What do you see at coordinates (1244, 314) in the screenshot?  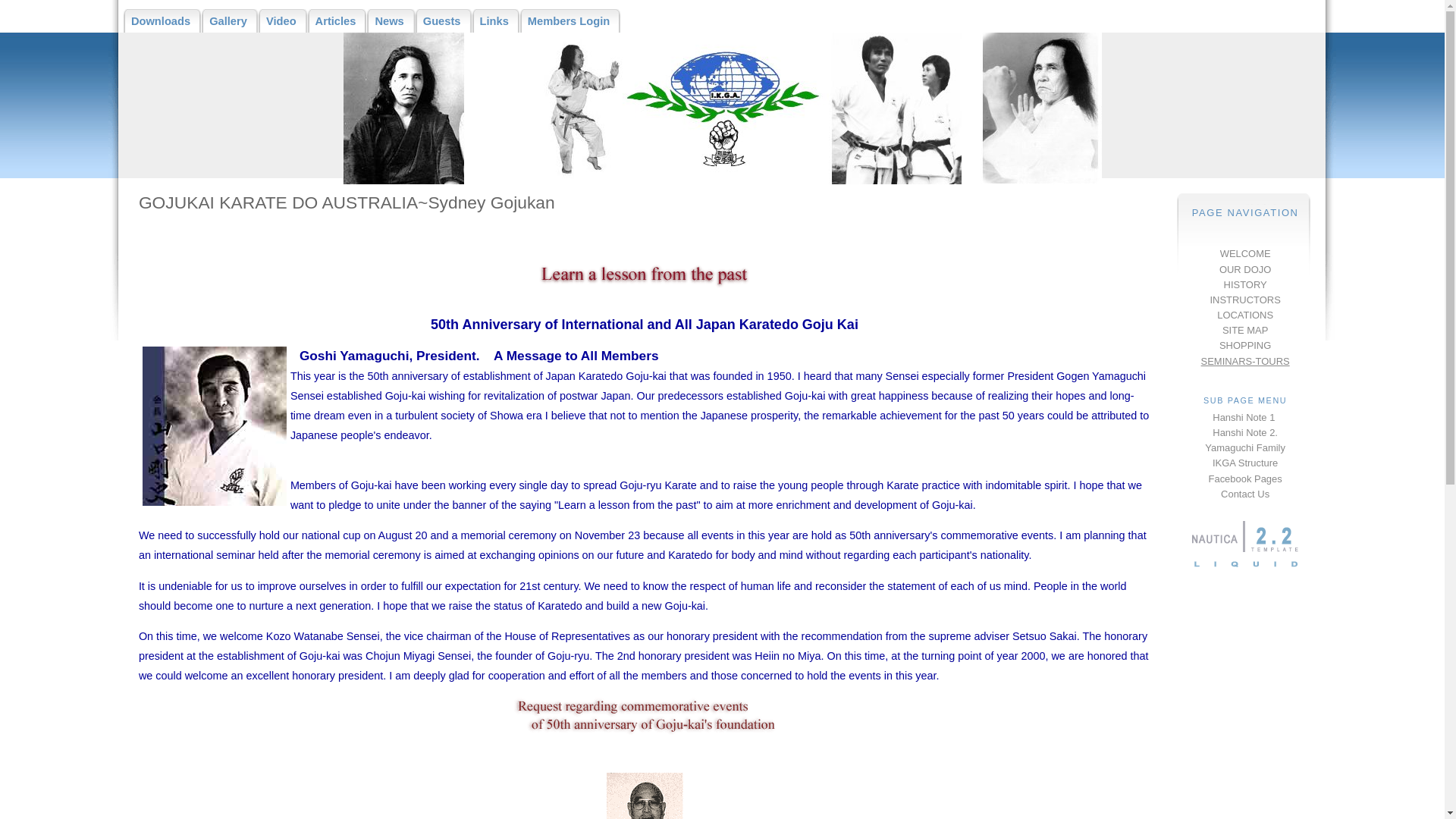 I see `'LOCATIONS'` at bounding box center [1244, 314].